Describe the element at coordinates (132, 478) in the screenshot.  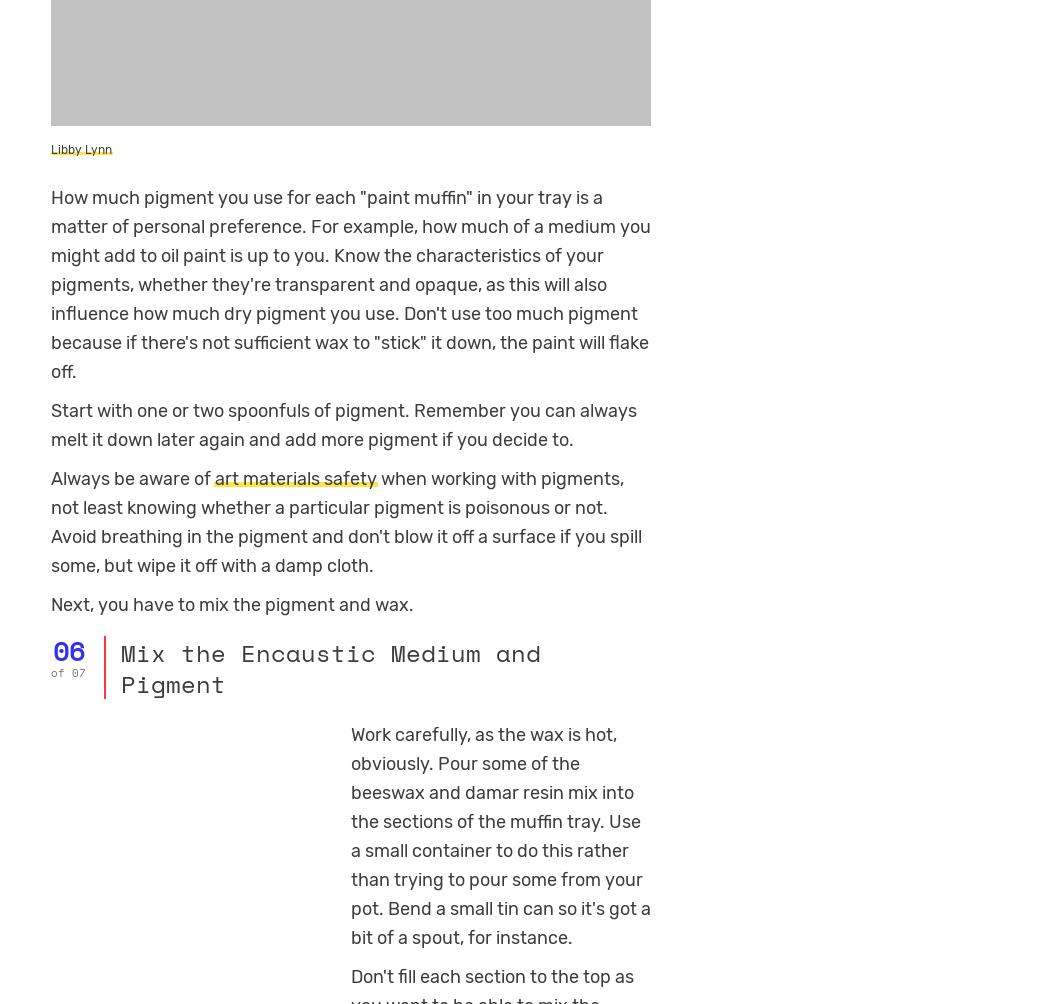
I see `'Always be aware of'` at that location.